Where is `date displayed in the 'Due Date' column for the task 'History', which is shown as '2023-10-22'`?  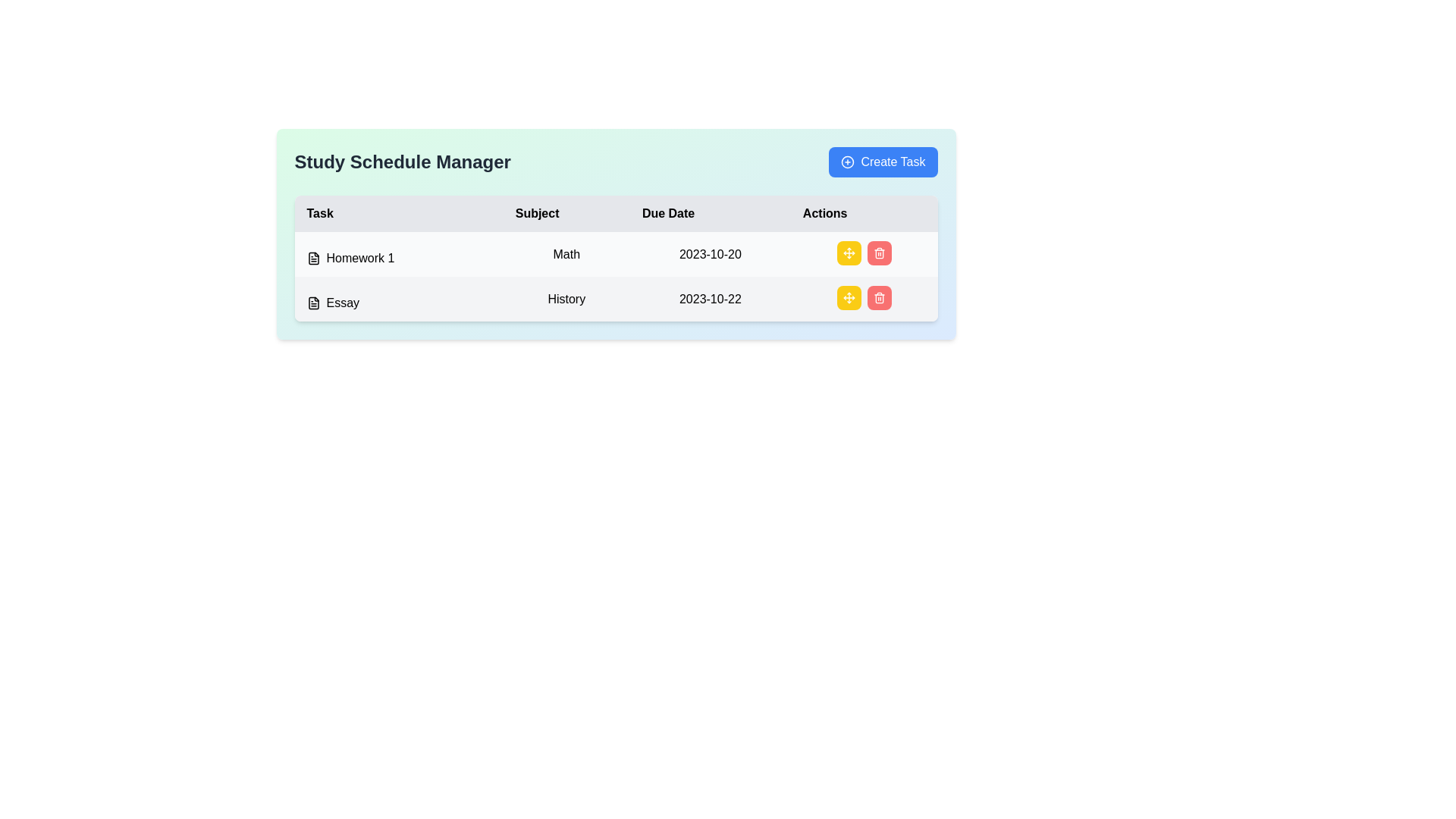
date displayed in the 'Due Date' column for the task 'History', which is shown as '2023-10-22' is located at coordinates (709, 299).